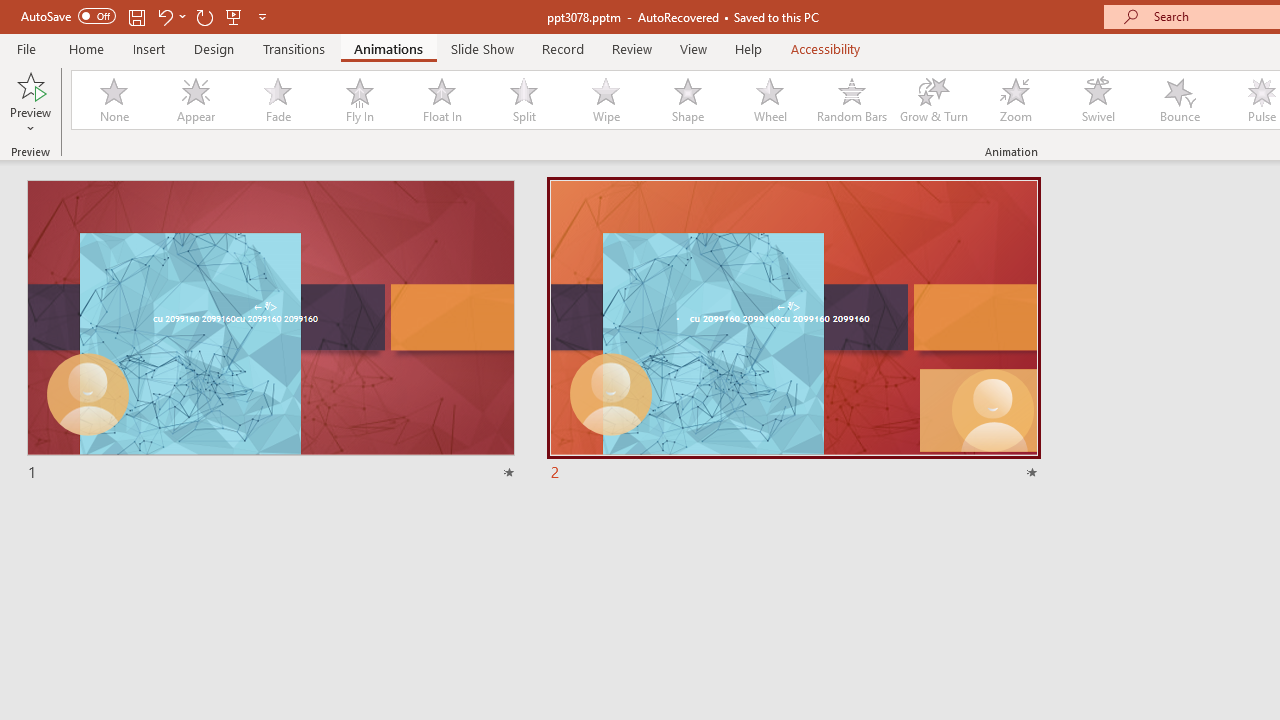  Describe the element at coordinates (359, 100) in the screenshot. I see `'Fly In'` at that location.